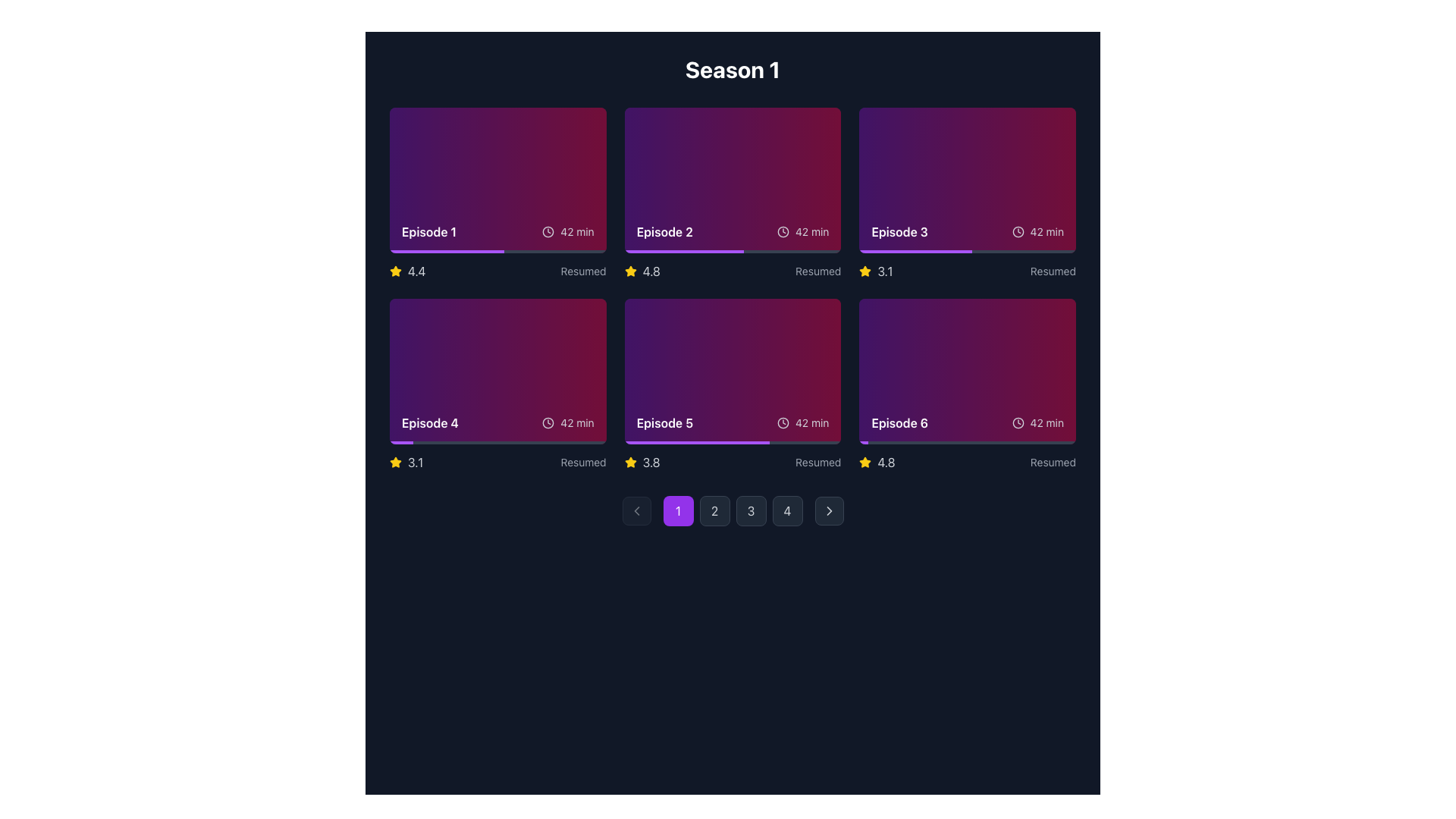 Image resolution: width=1456 pixels, height=819 pixels. I want to click on text indicating the duration of the episode located in the top-right corner of the episode card, so click(1046, 231).